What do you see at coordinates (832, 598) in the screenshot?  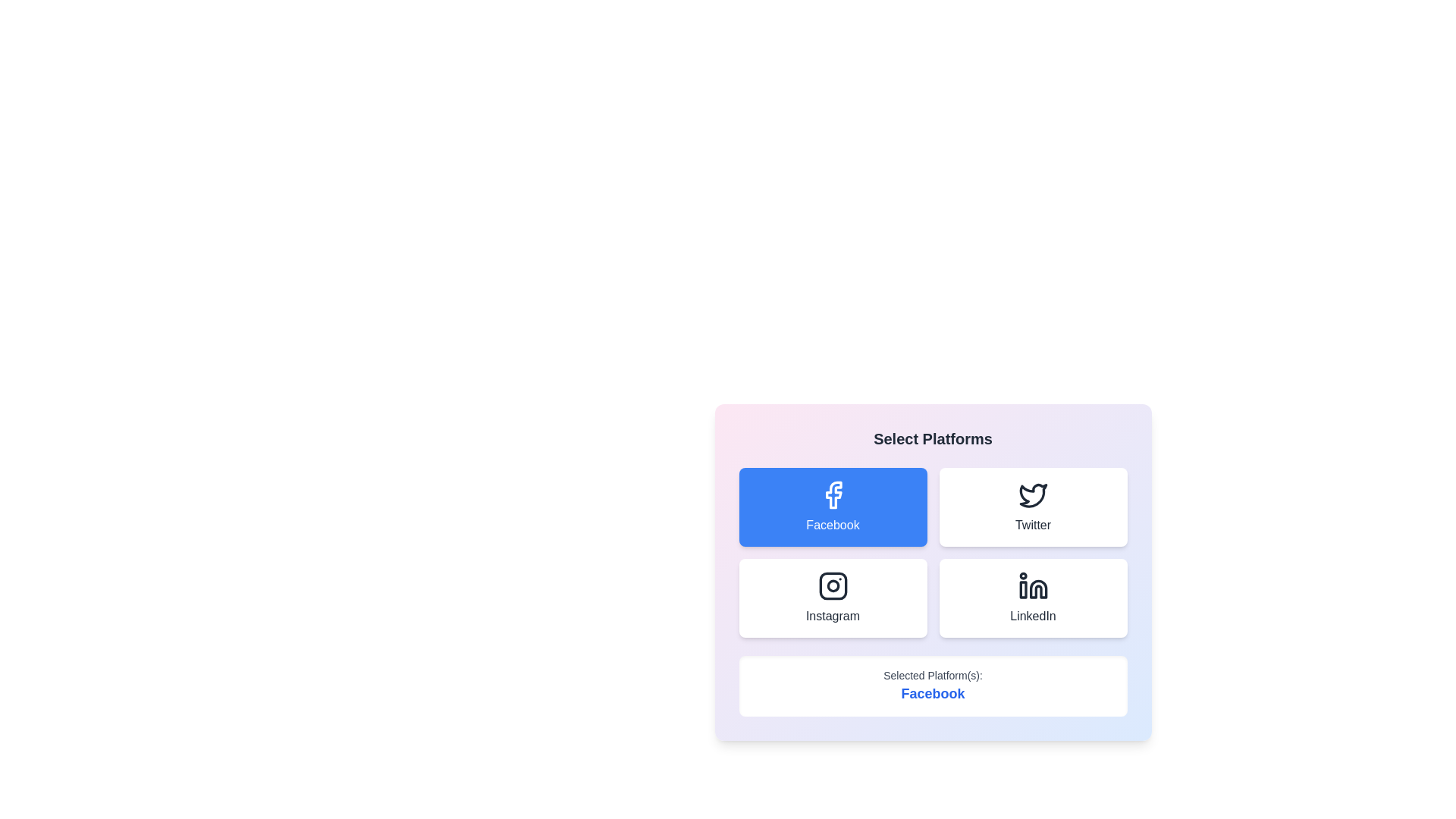 I see `the Instagram button` at bounding box center [832, 598].